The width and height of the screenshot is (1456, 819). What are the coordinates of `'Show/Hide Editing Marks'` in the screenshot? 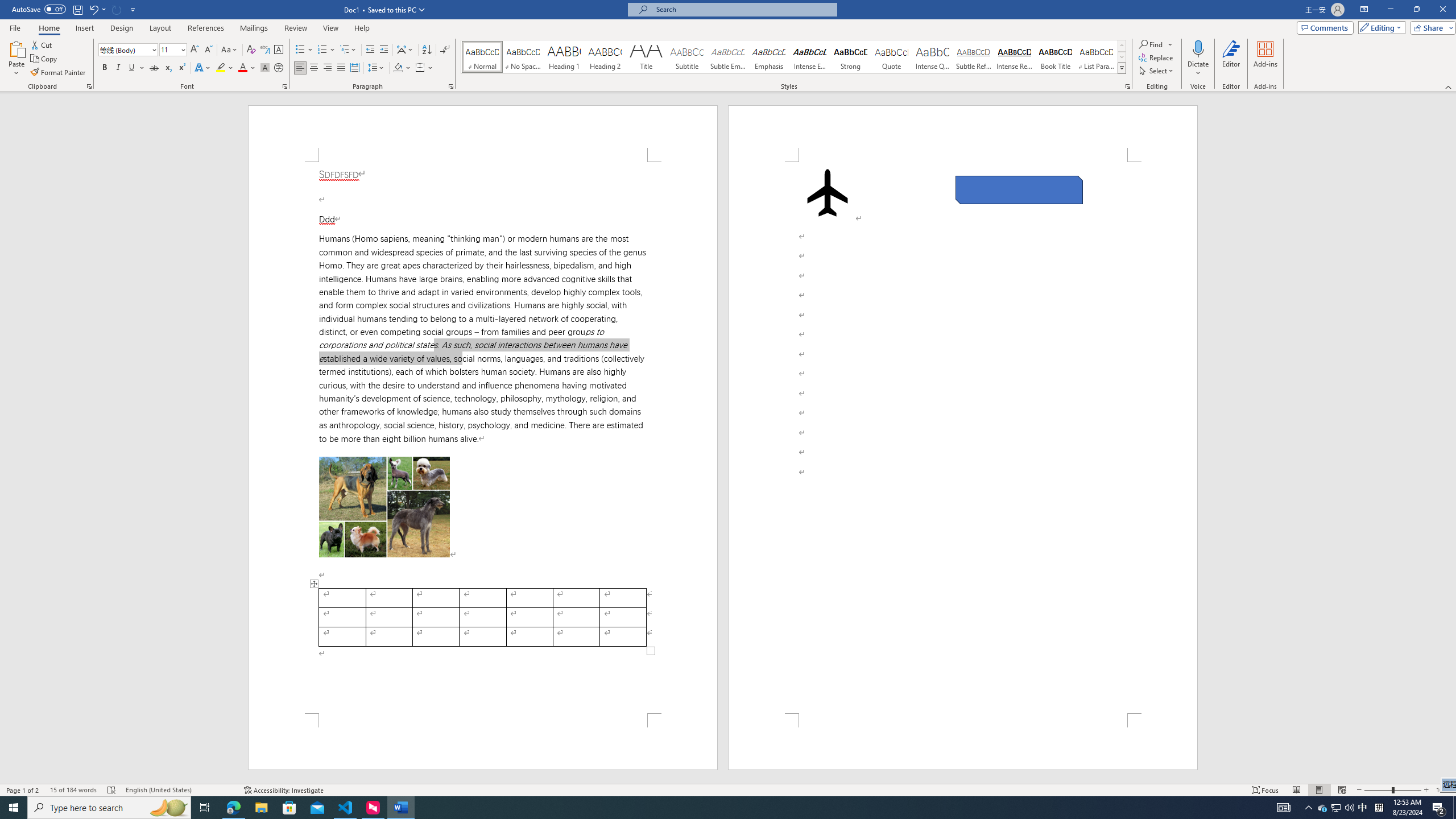 It's located at (445, 49).